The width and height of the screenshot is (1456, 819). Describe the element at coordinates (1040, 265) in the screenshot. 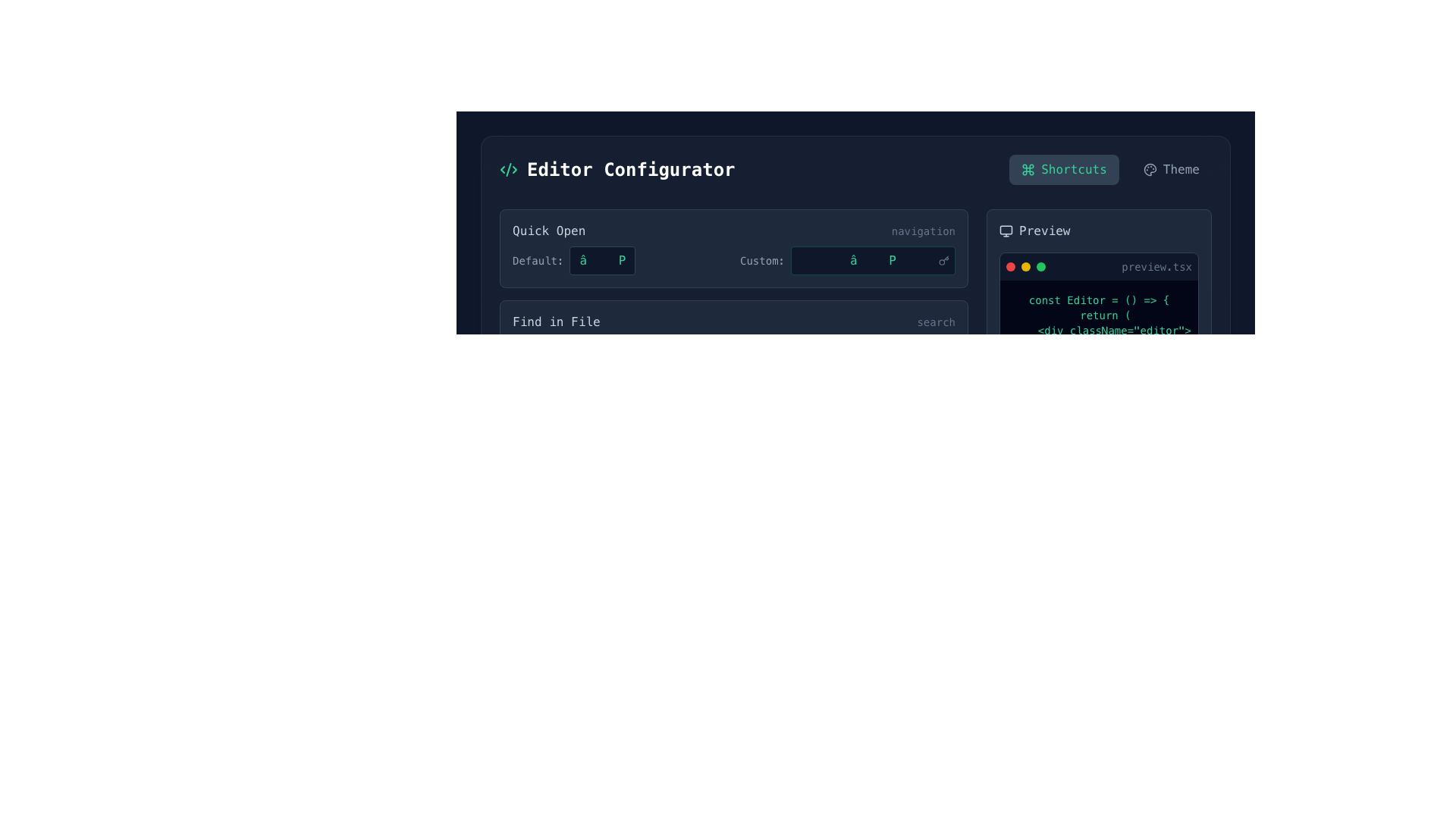

I see `the green status indicator, which is the third icon in a horizontal sequence of circular icons located near the top-right area of the interface` at that location.